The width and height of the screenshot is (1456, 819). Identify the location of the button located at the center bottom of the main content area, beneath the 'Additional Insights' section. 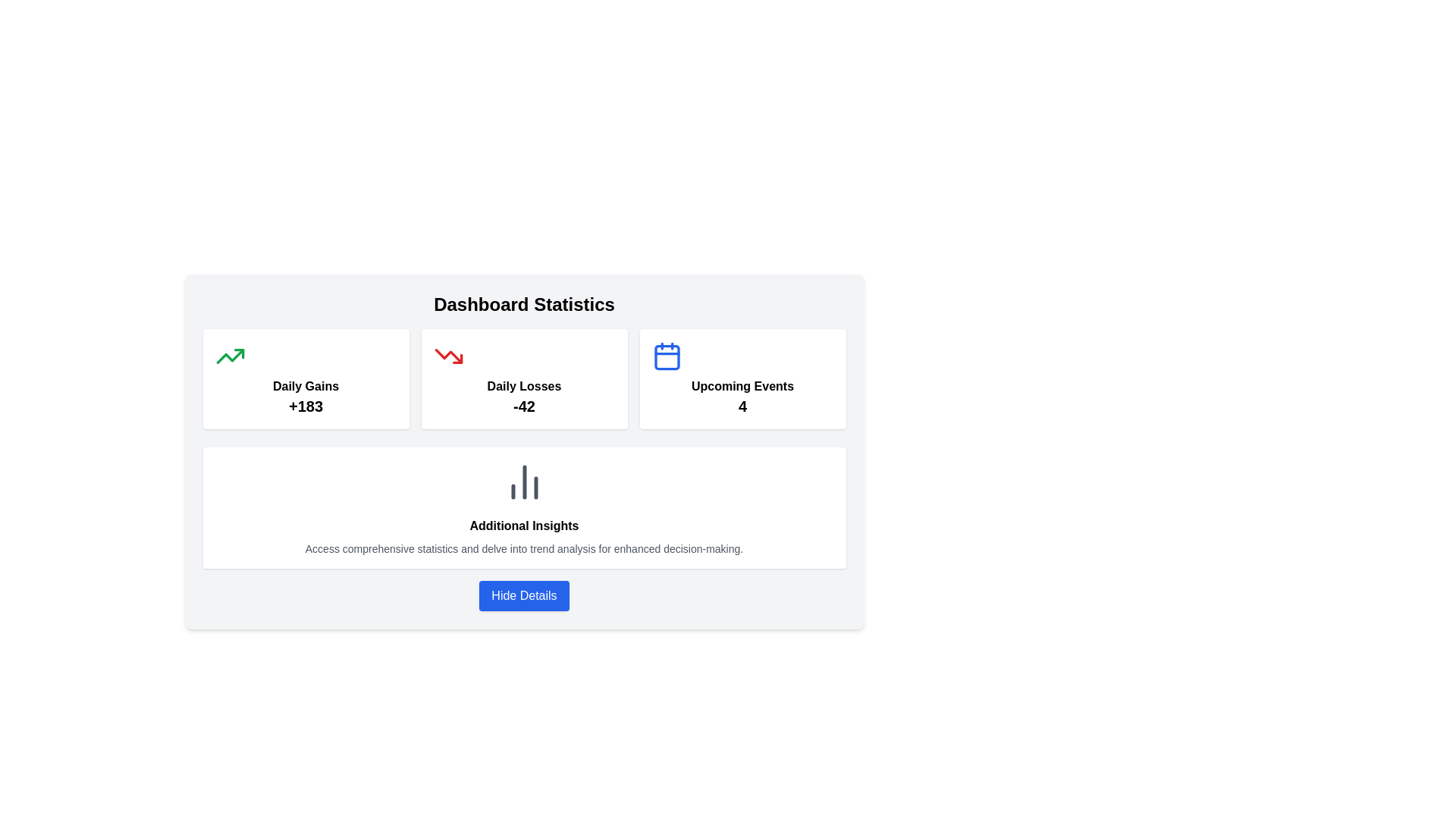
(524, 595).